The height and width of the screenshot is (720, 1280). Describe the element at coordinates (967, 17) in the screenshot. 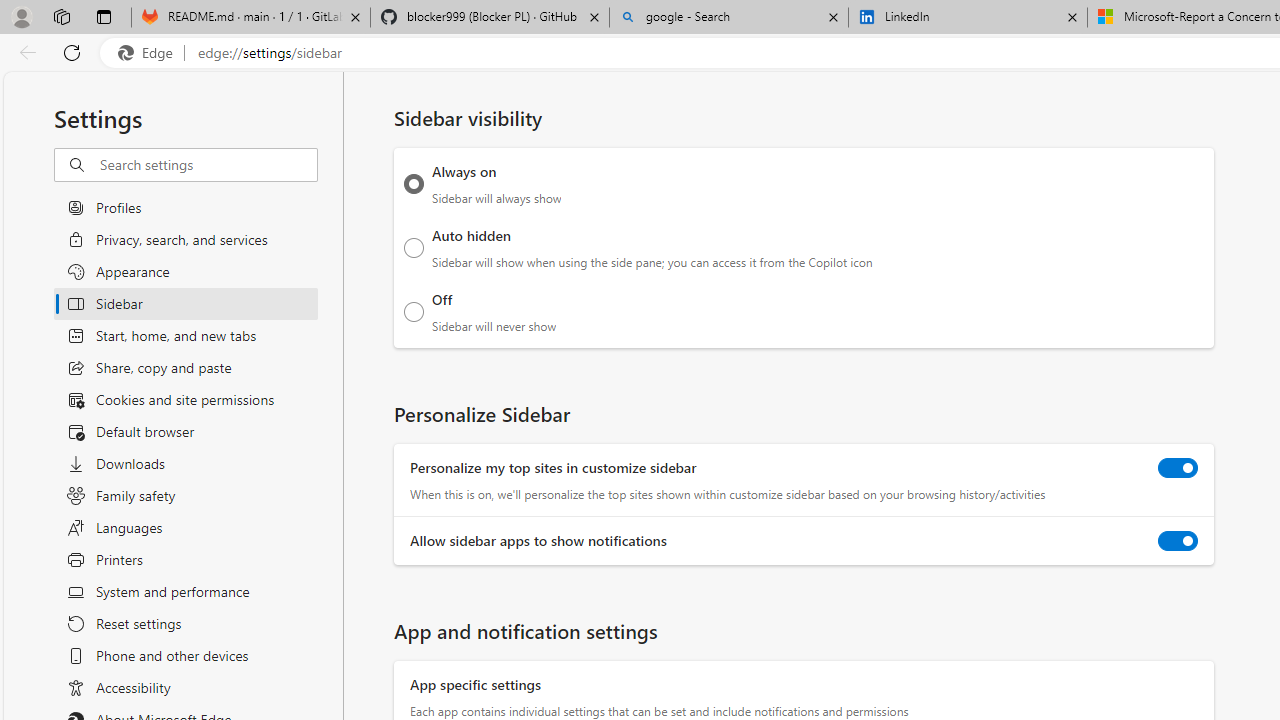

I see `'LinkedIn'` at that location.